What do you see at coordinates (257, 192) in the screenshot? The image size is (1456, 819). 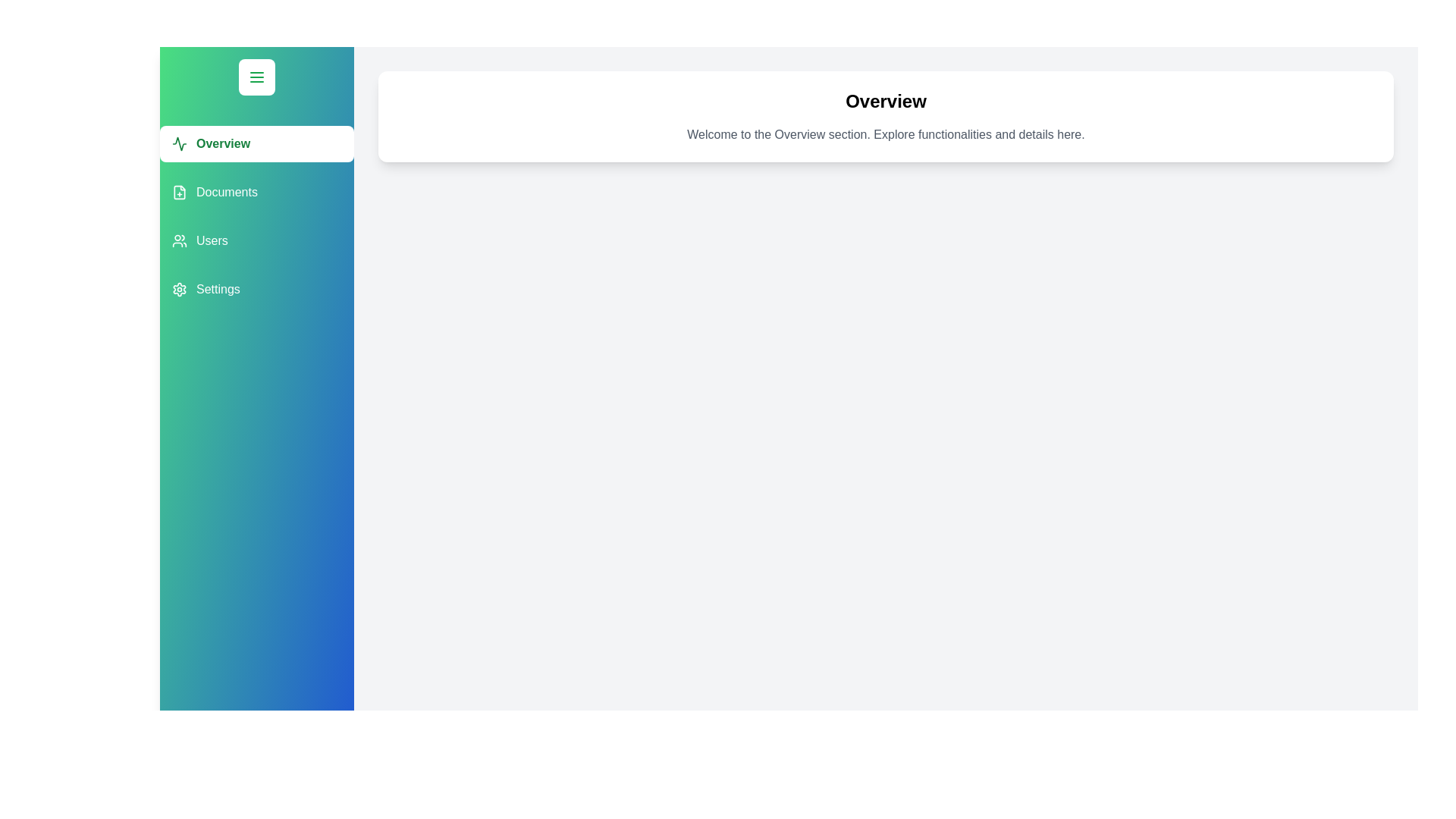 I see `the section Documents in the drawer to navigate to it` at bounding box center [257, 192].